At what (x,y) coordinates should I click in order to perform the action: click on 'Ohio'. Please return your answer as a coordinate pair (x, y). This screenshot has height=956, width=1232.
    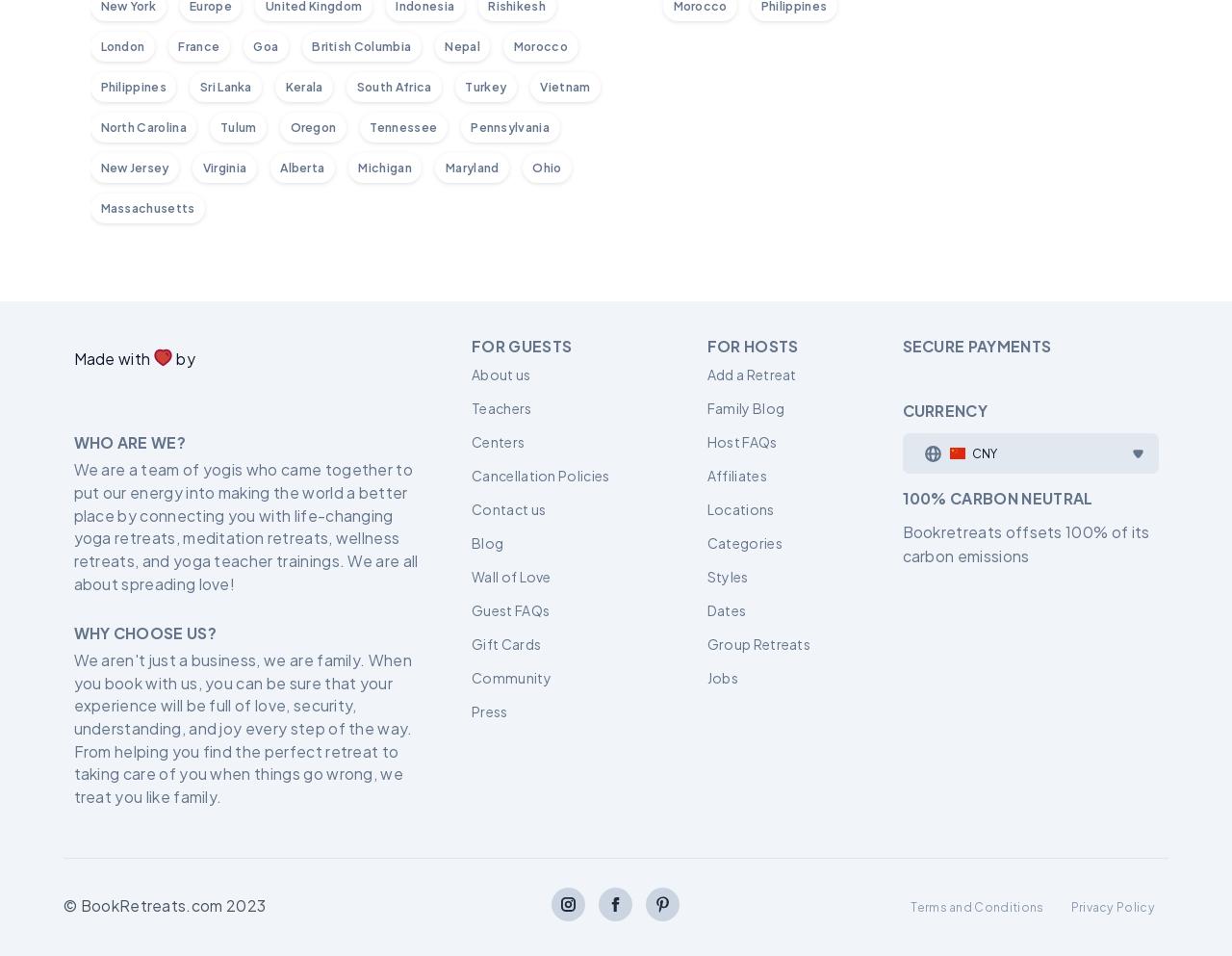
    Looking at the image, I should click on (545, 165).